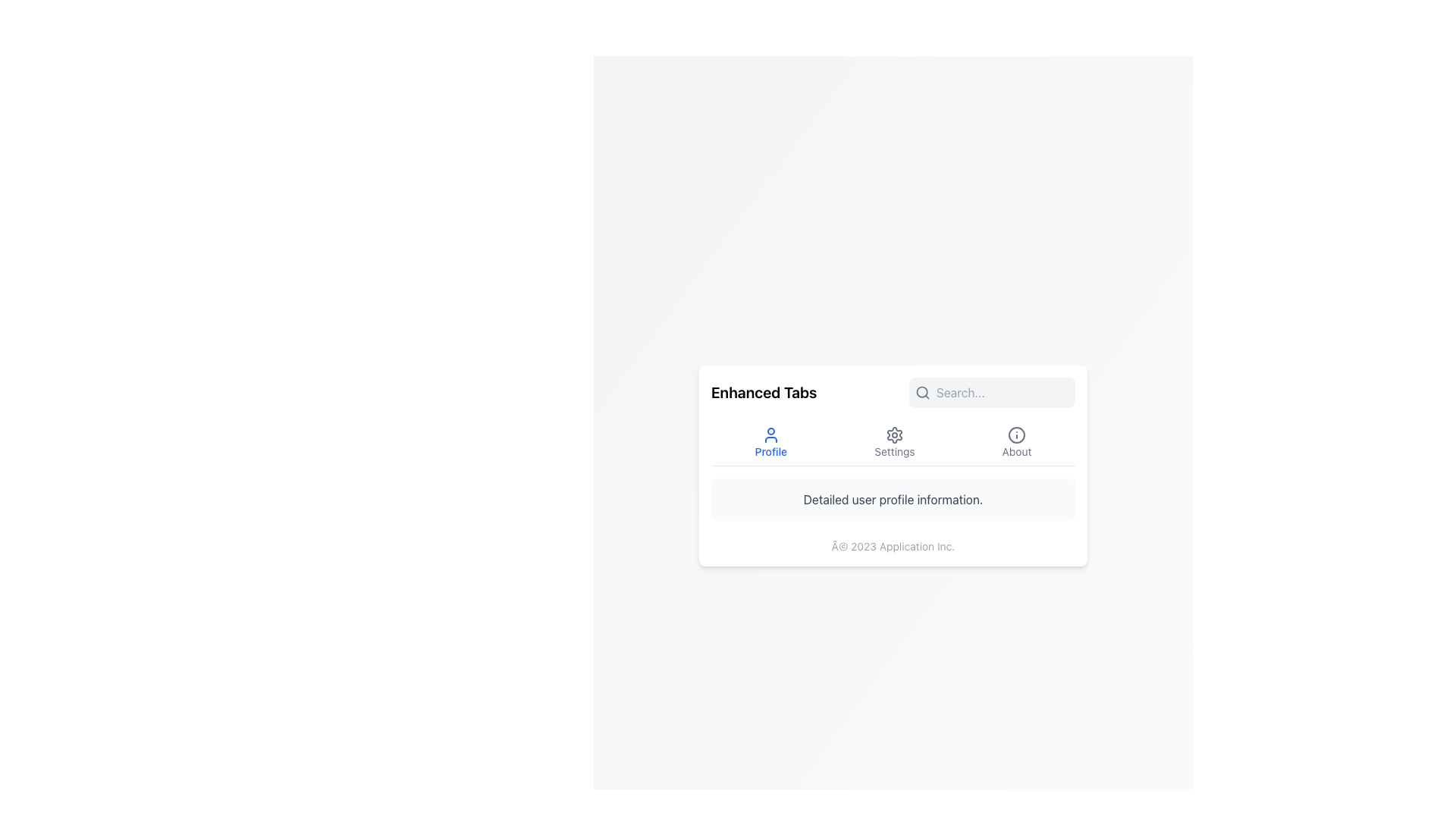 Image resolution: width=1456 pixels, height=819 pixels. Describe the element at coordinates (770, 442) in the screenshot. I see `the 'Profile' button, which features an icon of a person above the text in blue font, located as the first item in a group of three buttons beneath the title 'Enhanced Tabs'` at that location.